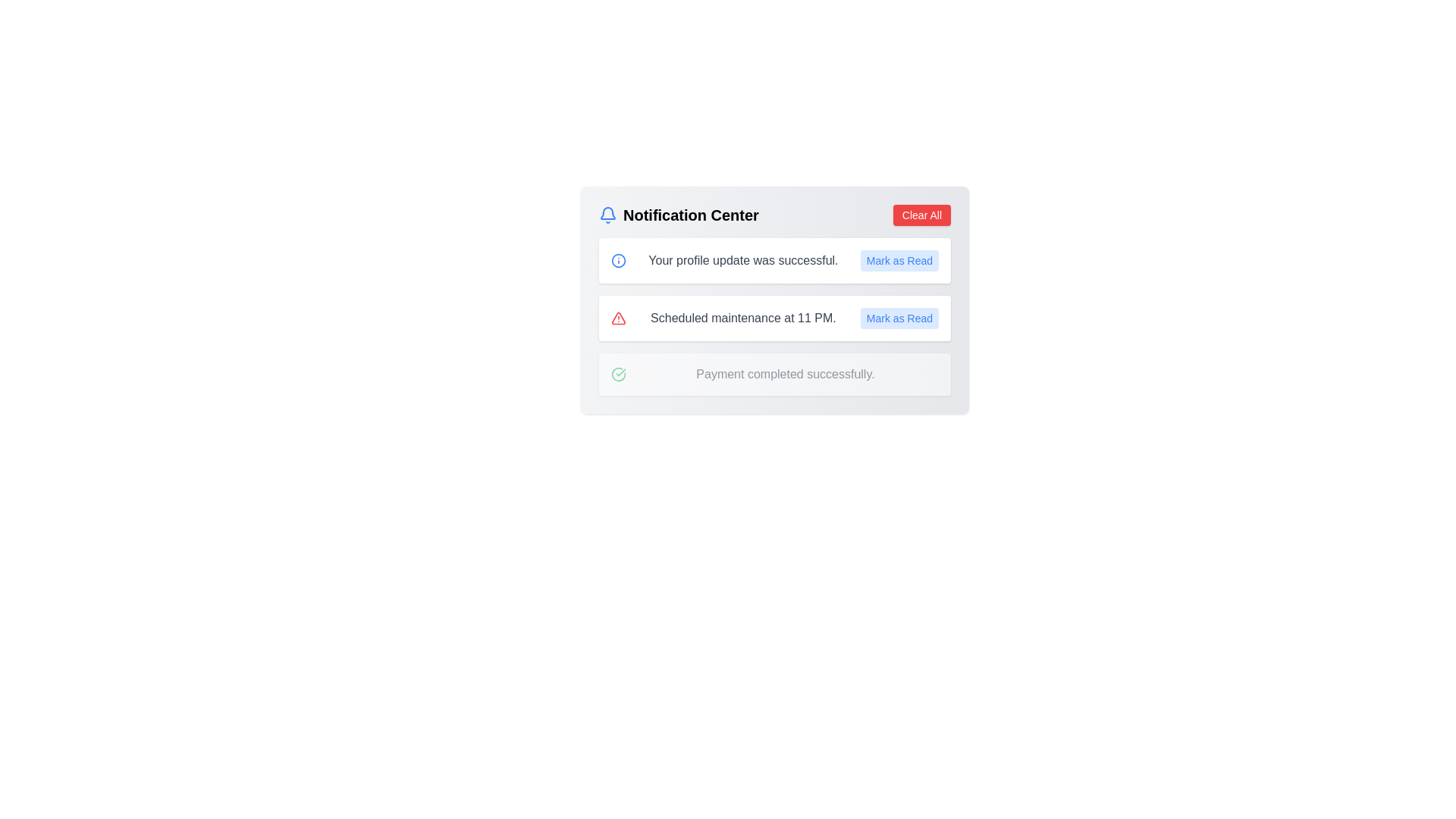 This screenshot has height=819, width=1456. What do you see at coordinates (743, 318) in the screenshot?
I see `the static label displaying 'Scheduled maintenance at 11 PM.' which is centrally located in the notification card, adjacent to a warning icon and a 'Mark as Read' button` at bounding box center [743, 318].